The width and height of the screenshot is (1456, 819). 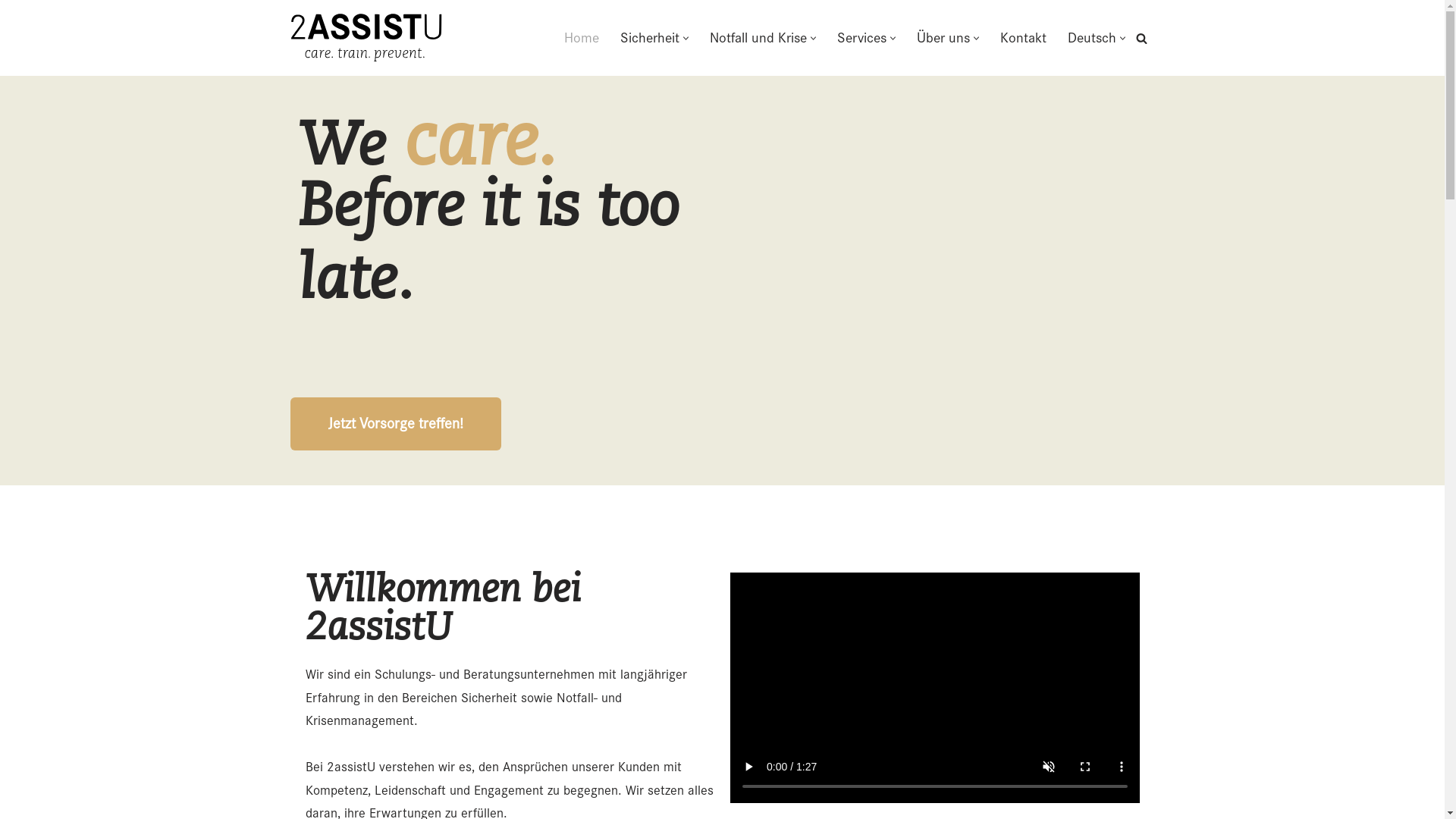 What do you see at coordinates (1022, 36) in the screenshot?
I see `'Kontakt'` at bounding box center [1022, 36].